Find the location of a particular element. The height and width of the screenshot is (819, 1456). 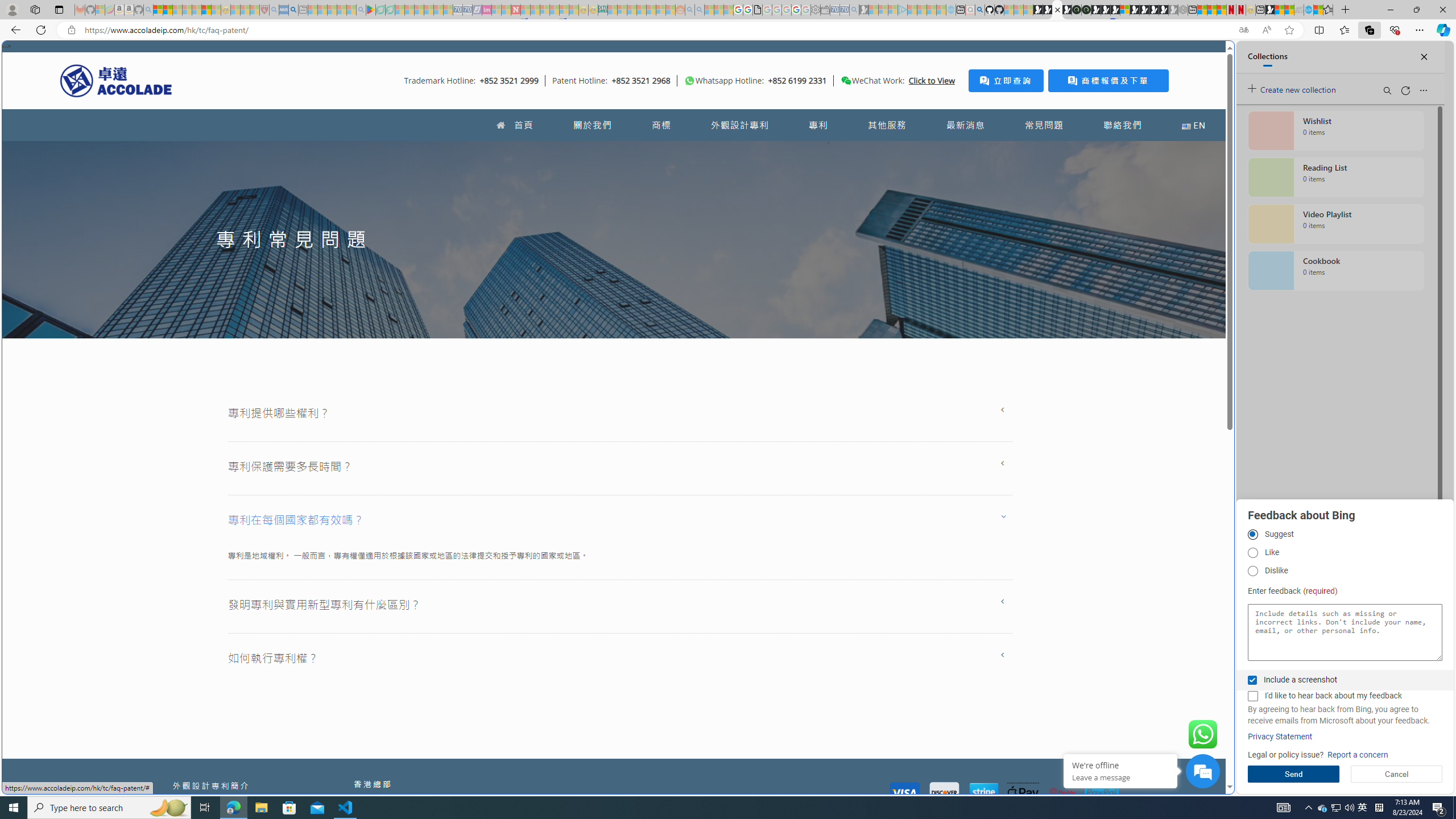

'Jobs - lastminute.com Investor Portal - Sleeping' is located at coordinates (487, 9).